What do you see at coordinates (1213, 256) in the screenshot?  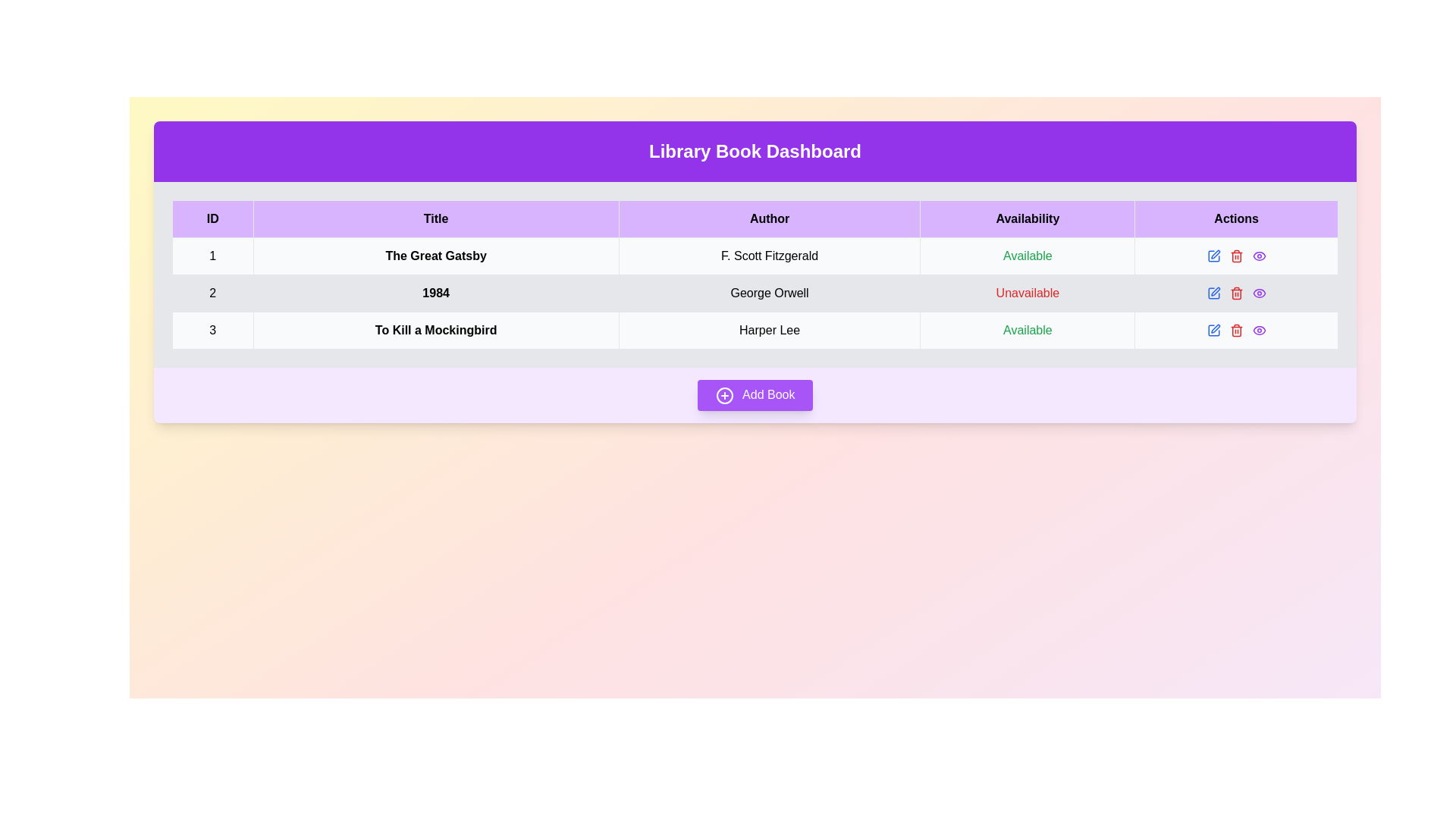 I see `the edit icon button located in the 'Actions' column of the second row in the table` at bounding box center [1213, 256].